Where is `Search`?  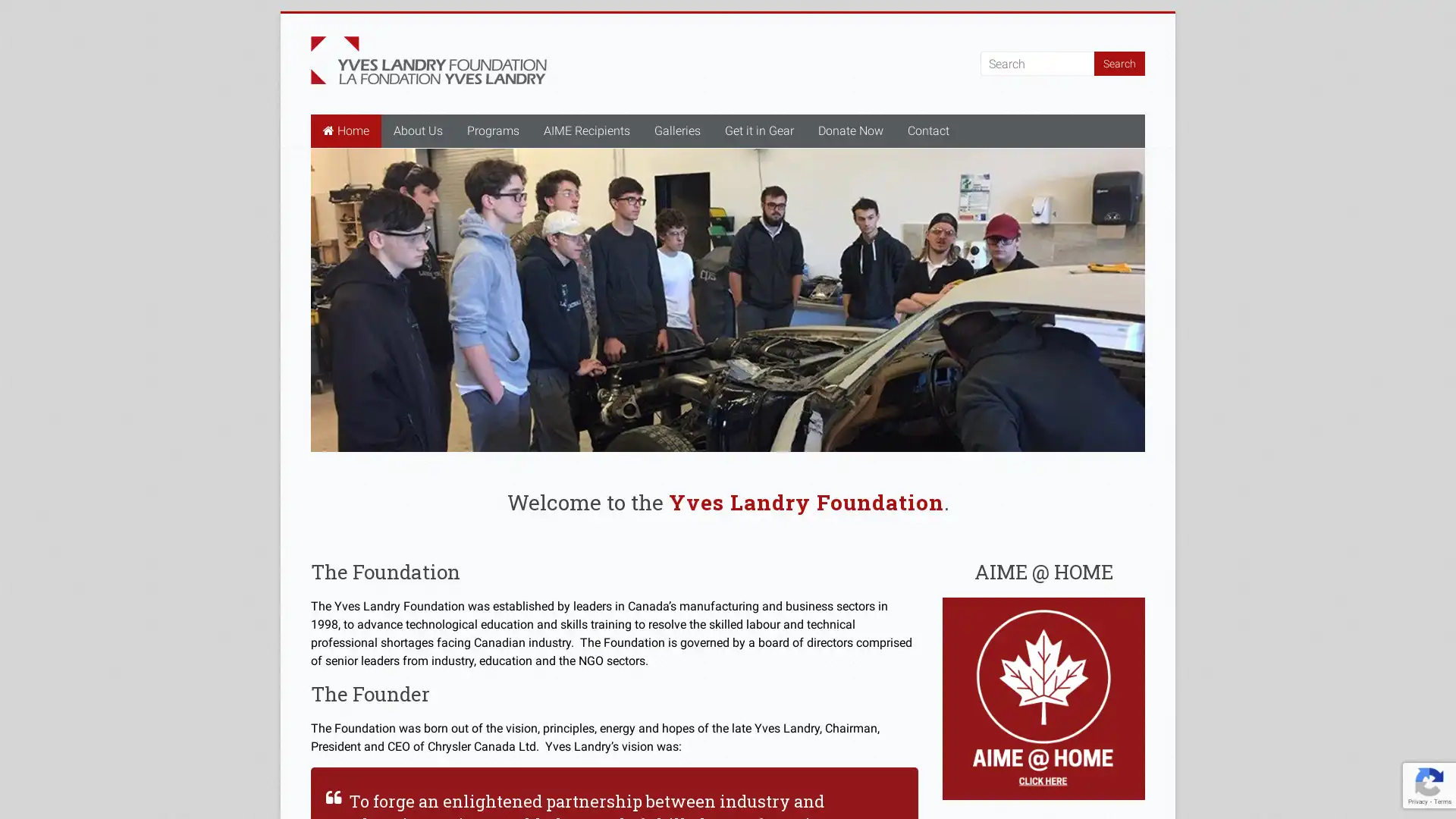
Search is located at coordinates (1119, 63).